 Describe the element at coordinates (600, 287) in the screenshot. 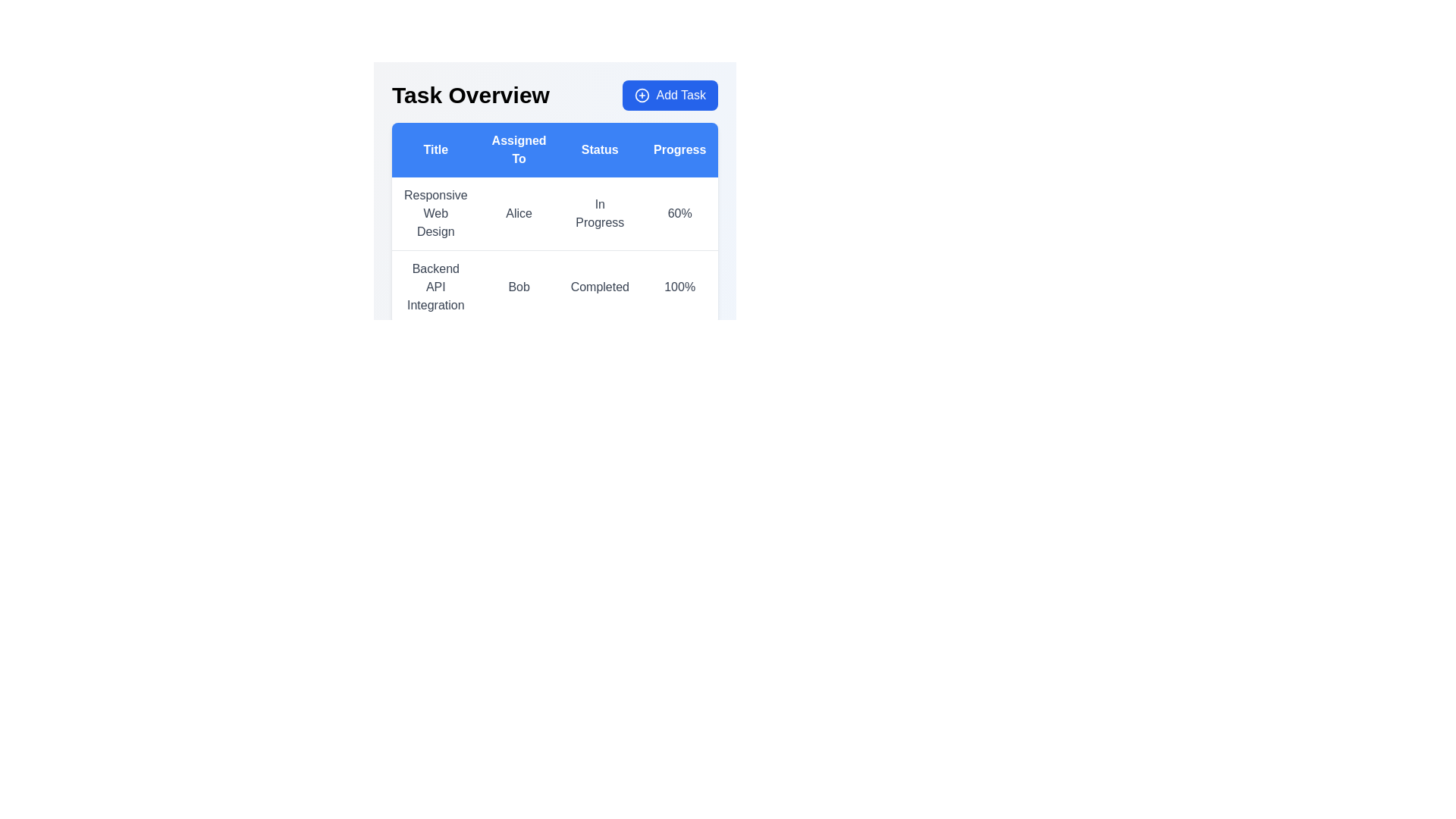

I see `the second row of the table that provides information about a specific task, located beneath the 'Responsive Web Design' row` at that location.